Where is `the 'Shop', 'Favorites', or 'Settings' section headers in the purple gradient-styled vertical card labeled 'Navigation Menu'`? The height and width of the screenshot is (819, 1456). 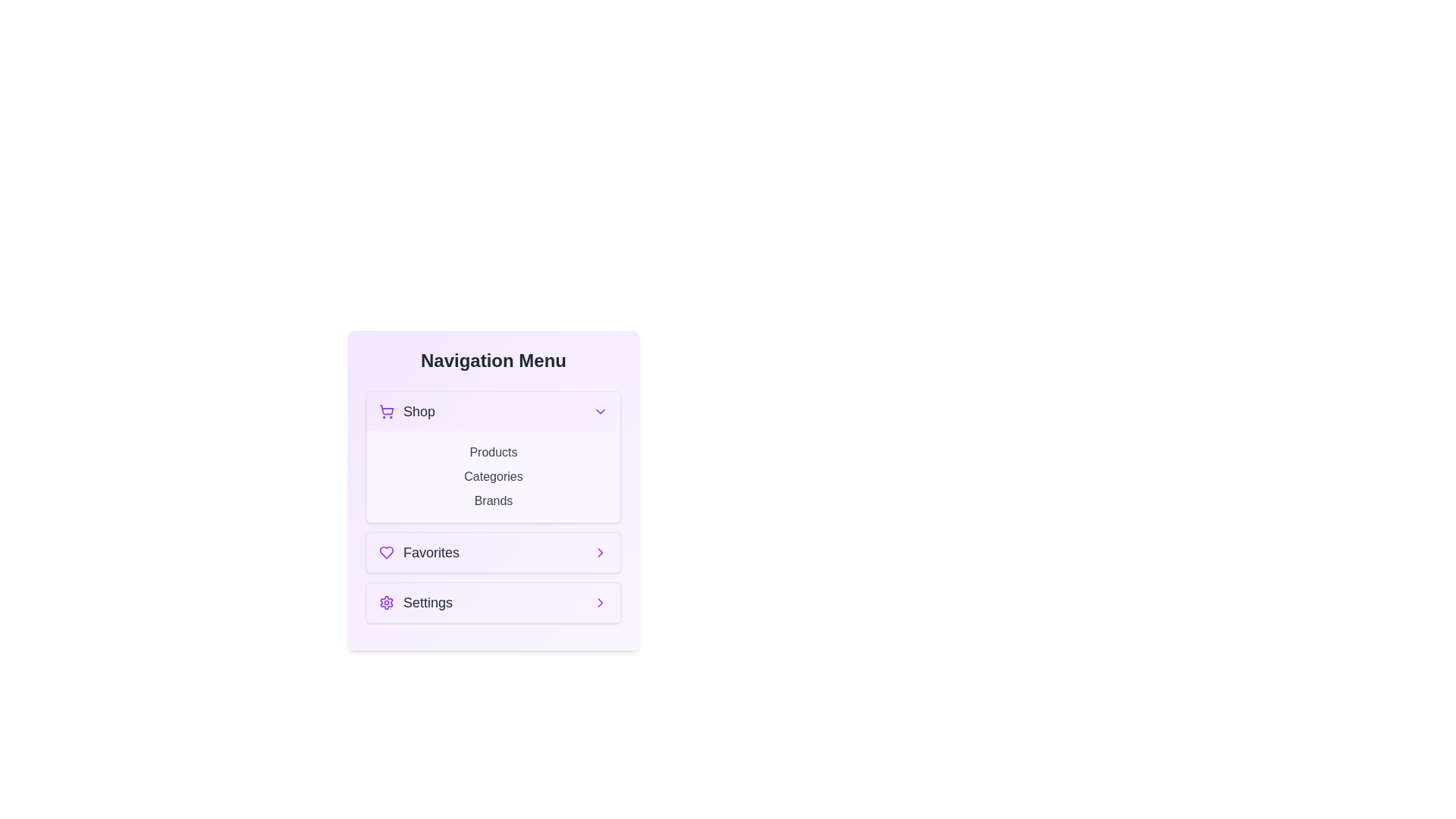 the 'Shop', 'Favorites', or 'Settings' section headers in the purple gradient-styled vertical card labeled 'Navigation Menu' is located at coordinates (494, 491).